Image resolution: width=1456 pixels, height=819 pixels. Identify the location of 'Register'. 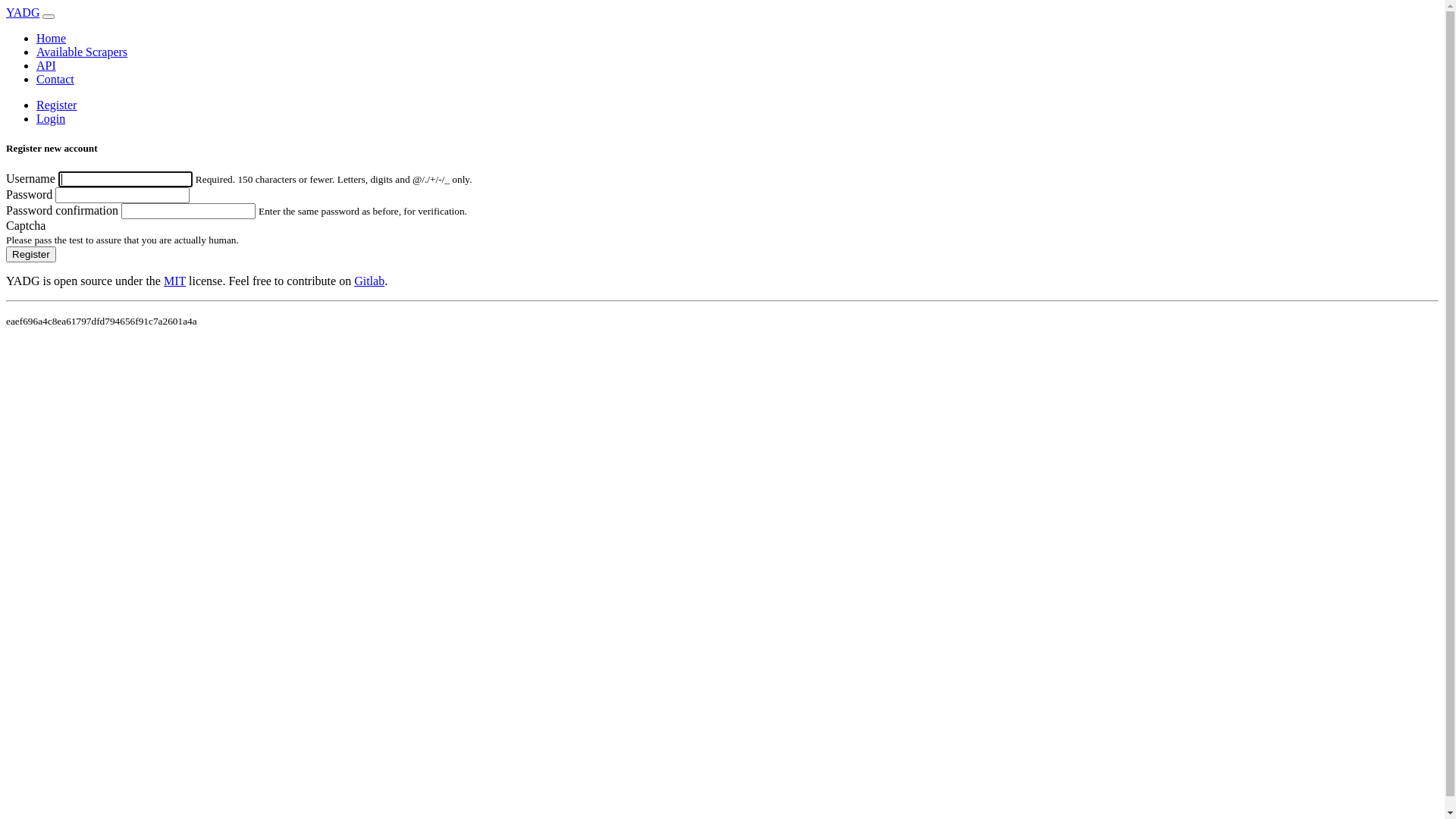
(6, 253).